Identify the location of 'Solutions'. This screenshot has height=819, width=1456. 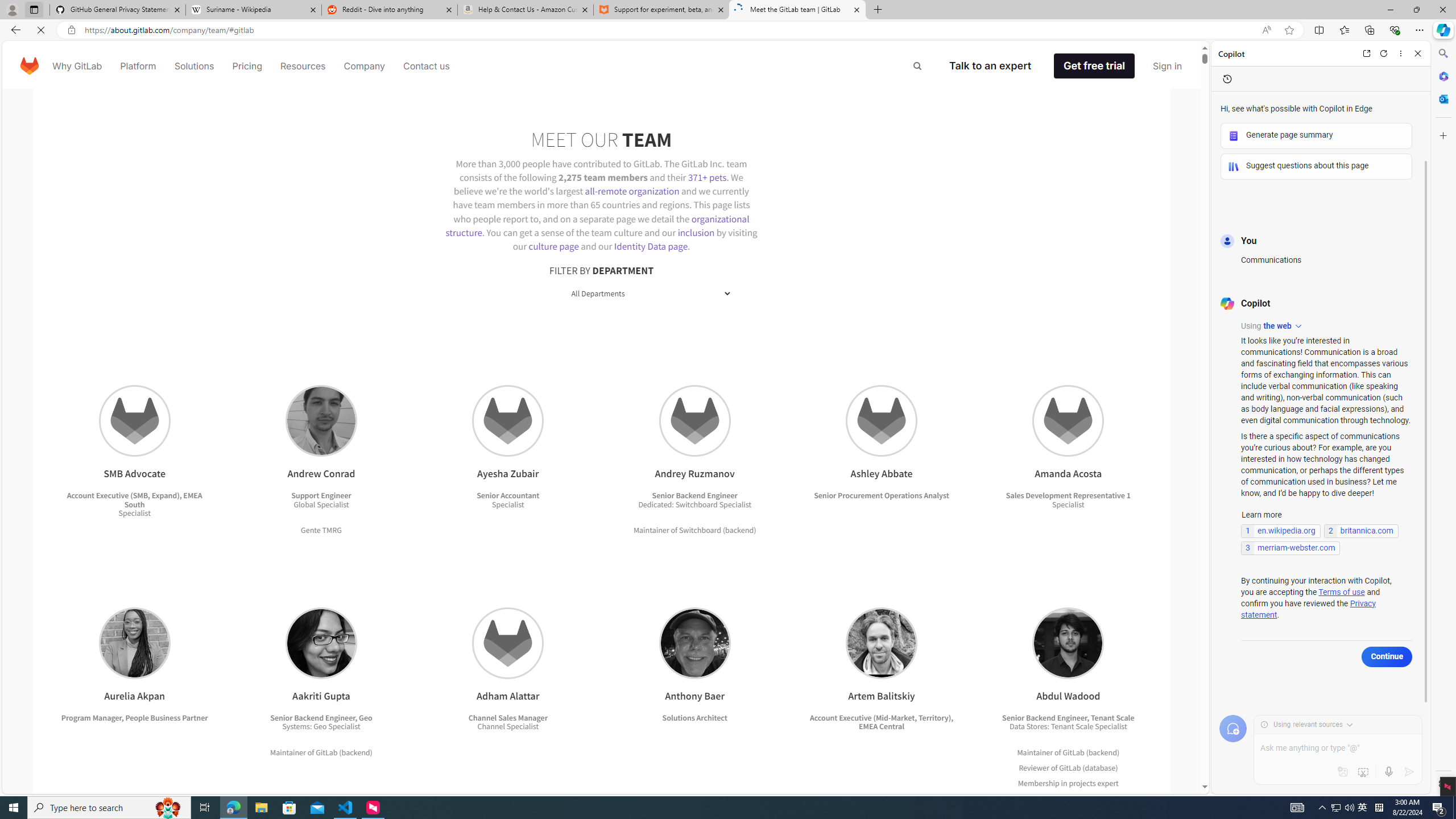
(193, 65).